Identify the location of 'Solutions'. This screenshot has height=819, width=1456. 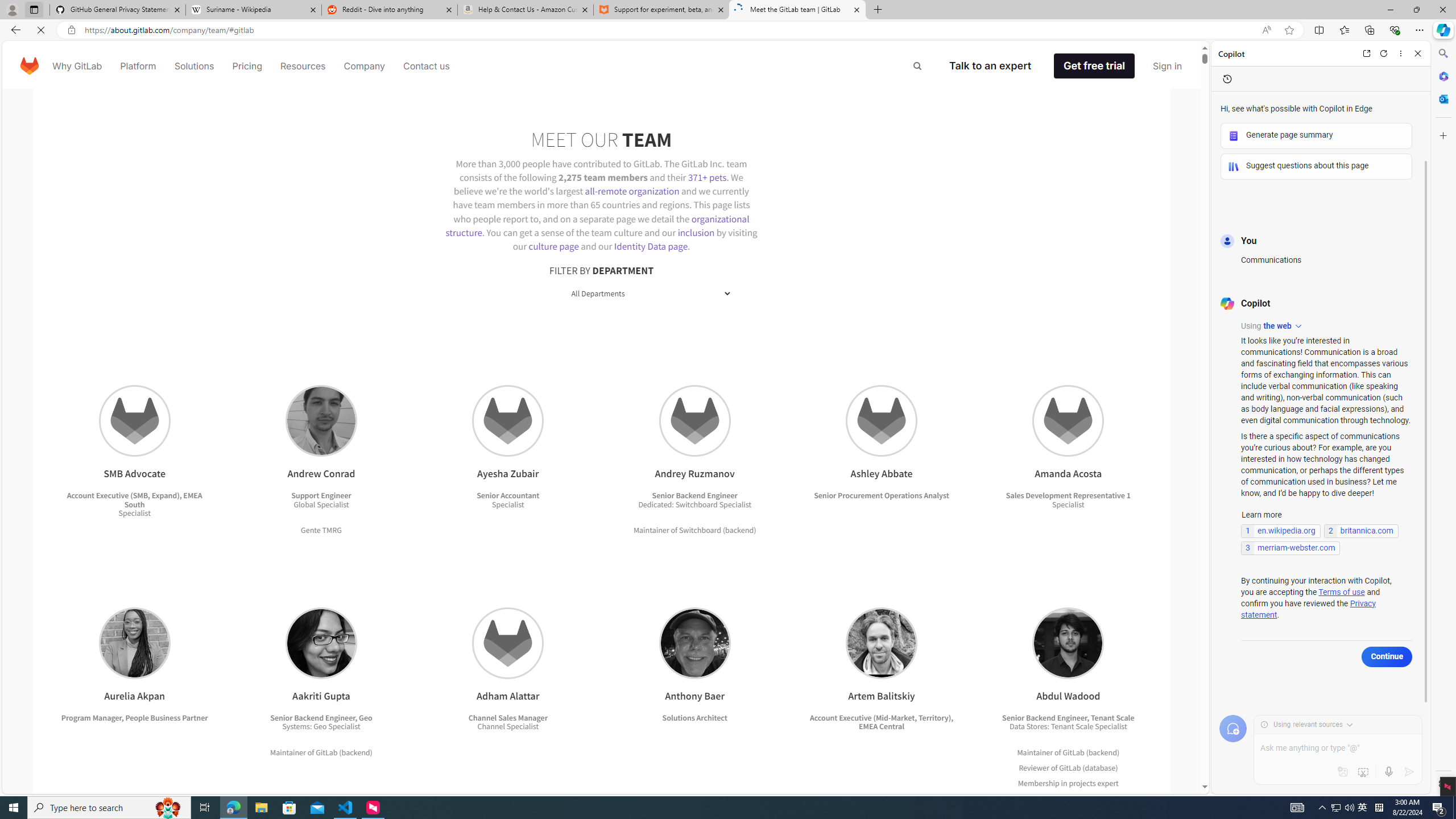
(193, 65).